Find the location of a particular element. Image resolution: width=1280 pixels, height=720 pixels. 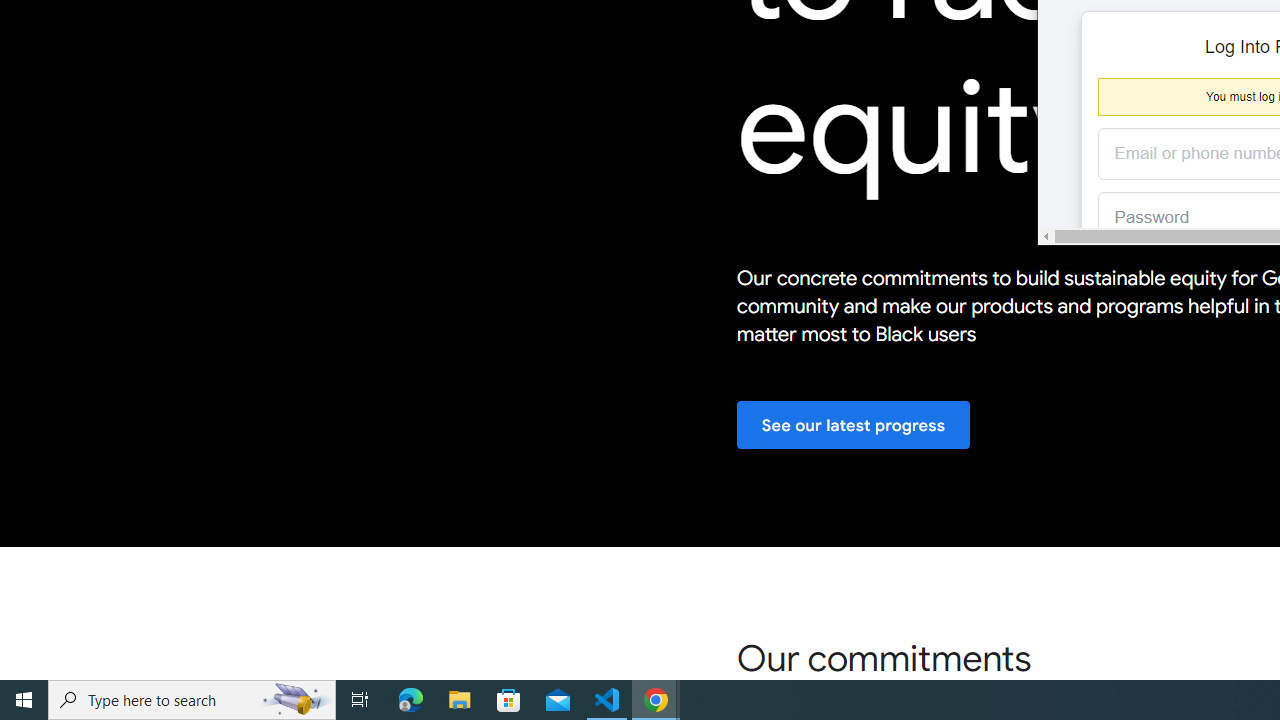

'Microsoft Store' is located at coordinates (509, 698).